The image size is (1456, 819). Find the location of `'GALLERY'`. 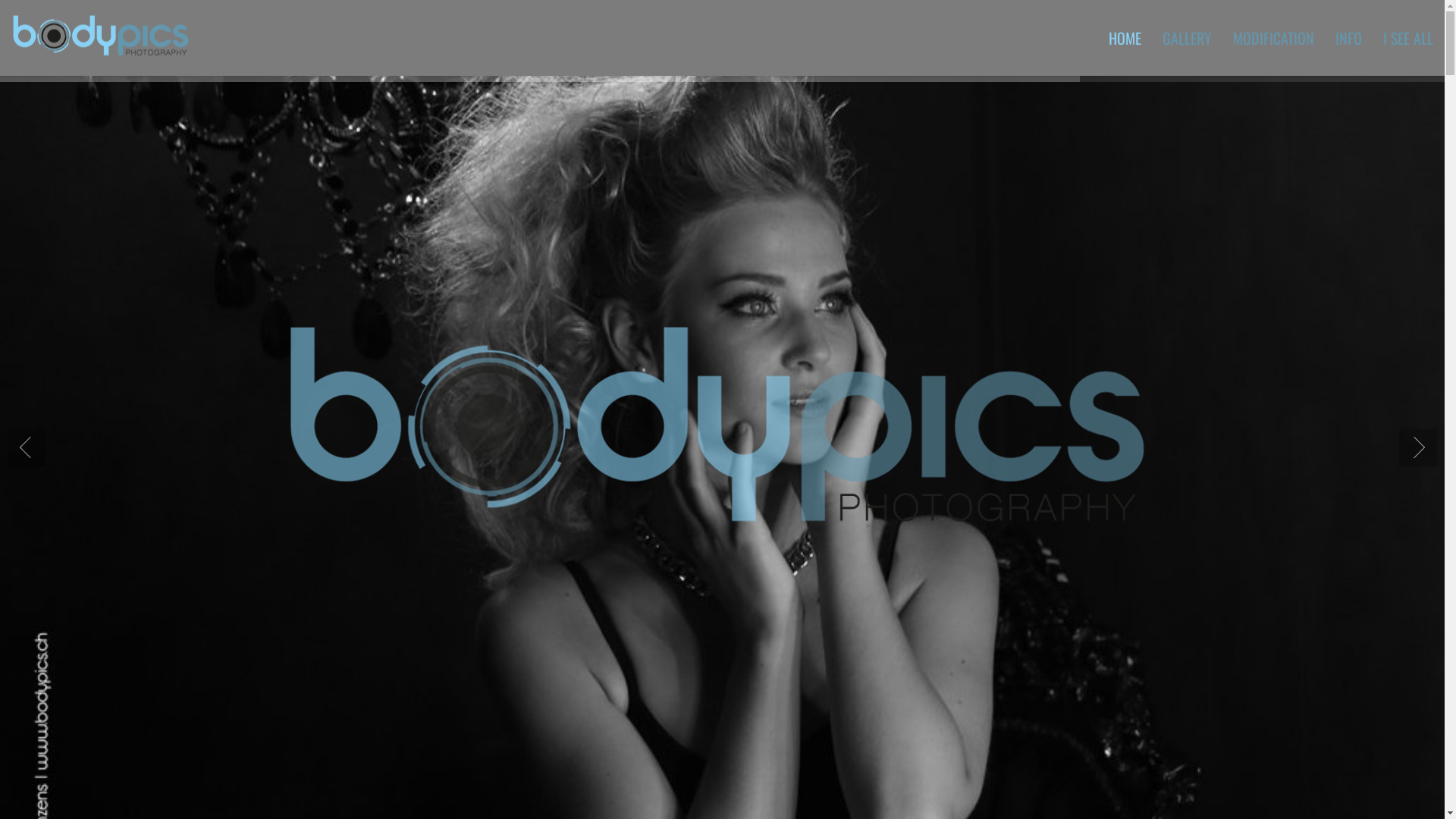

'GALLERY' is located at coordinates (1186, 37).